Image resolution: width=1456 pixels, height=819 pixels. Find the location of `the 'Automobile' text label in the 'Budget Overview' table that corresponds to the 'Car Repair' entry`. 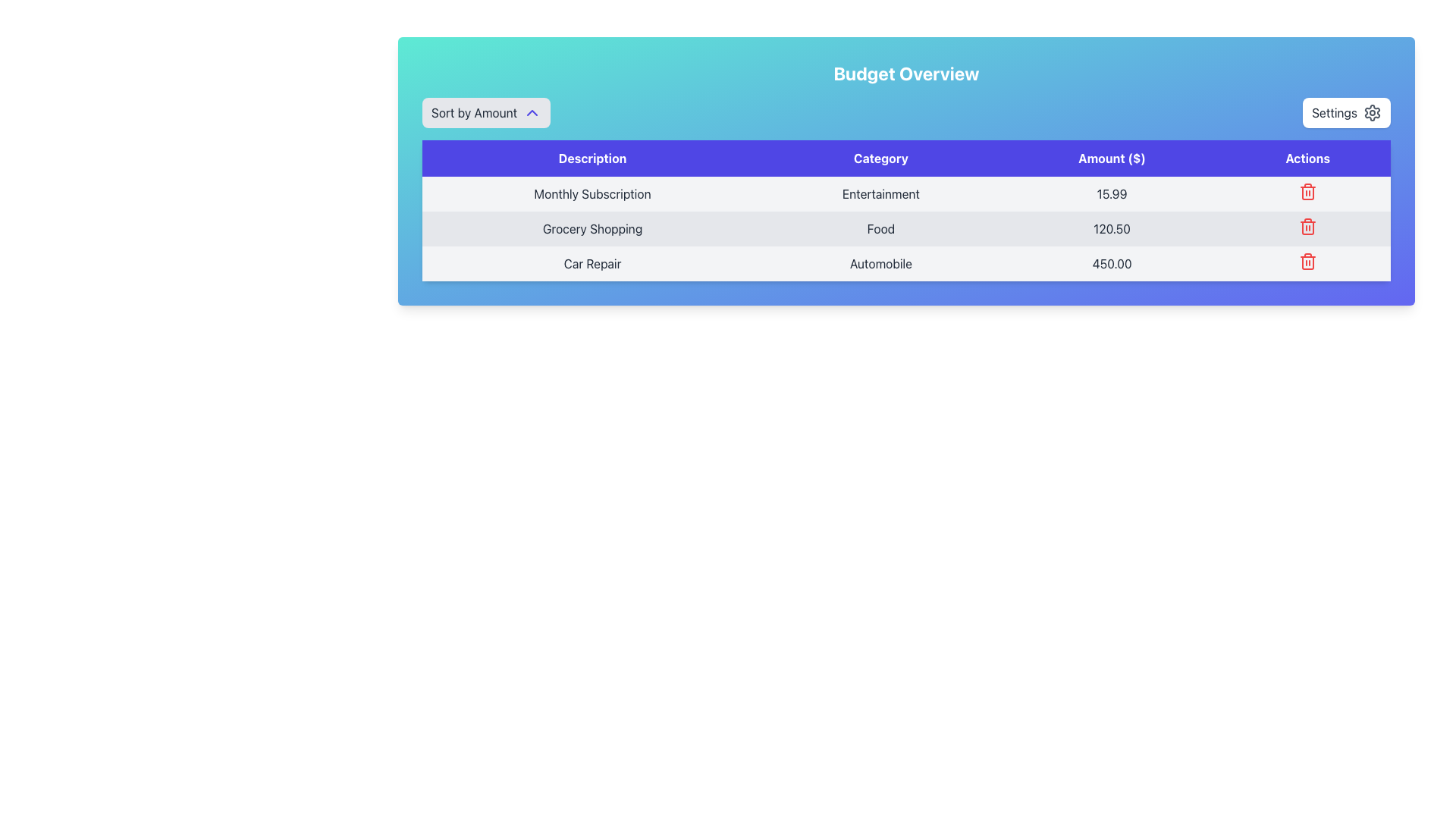

the 'Automobile' text label in the 'Budget Overview' table that corresponds to the 'Car Repair' entry is located at coordinates (880, 262).